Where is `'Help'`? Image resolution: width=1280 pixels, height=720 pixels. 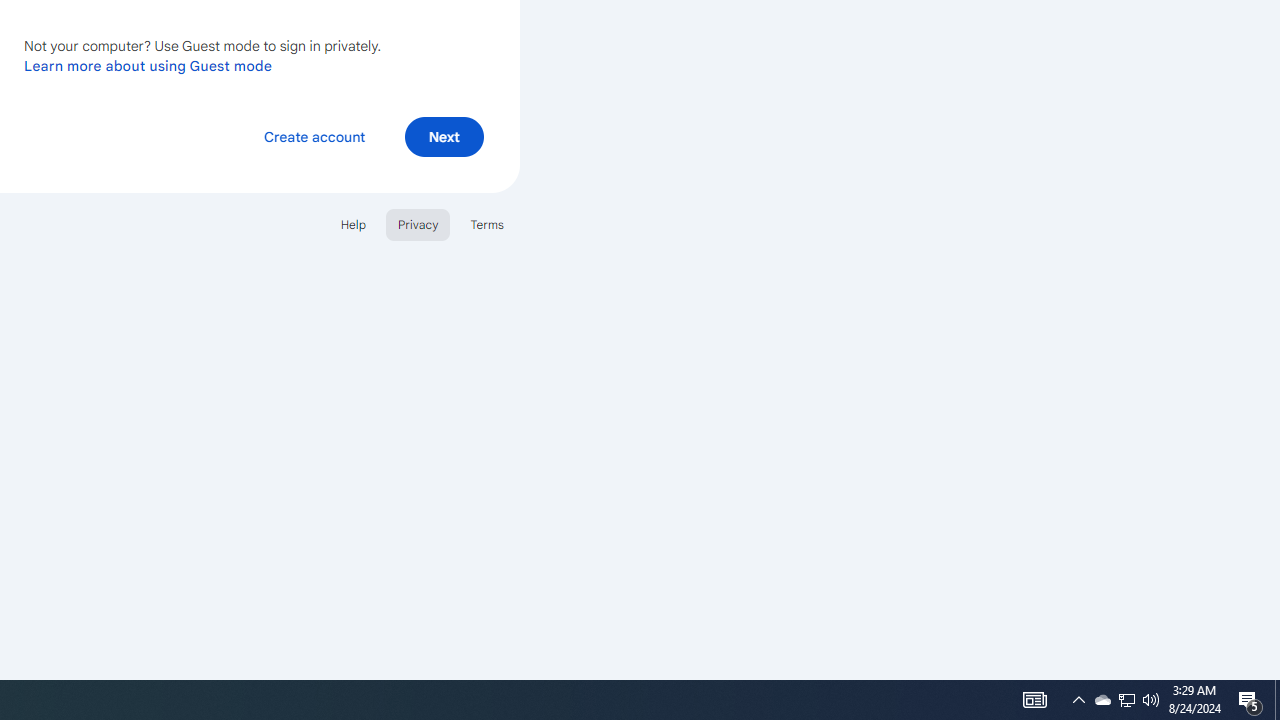 'Help' is located at coordinates (352, 224).